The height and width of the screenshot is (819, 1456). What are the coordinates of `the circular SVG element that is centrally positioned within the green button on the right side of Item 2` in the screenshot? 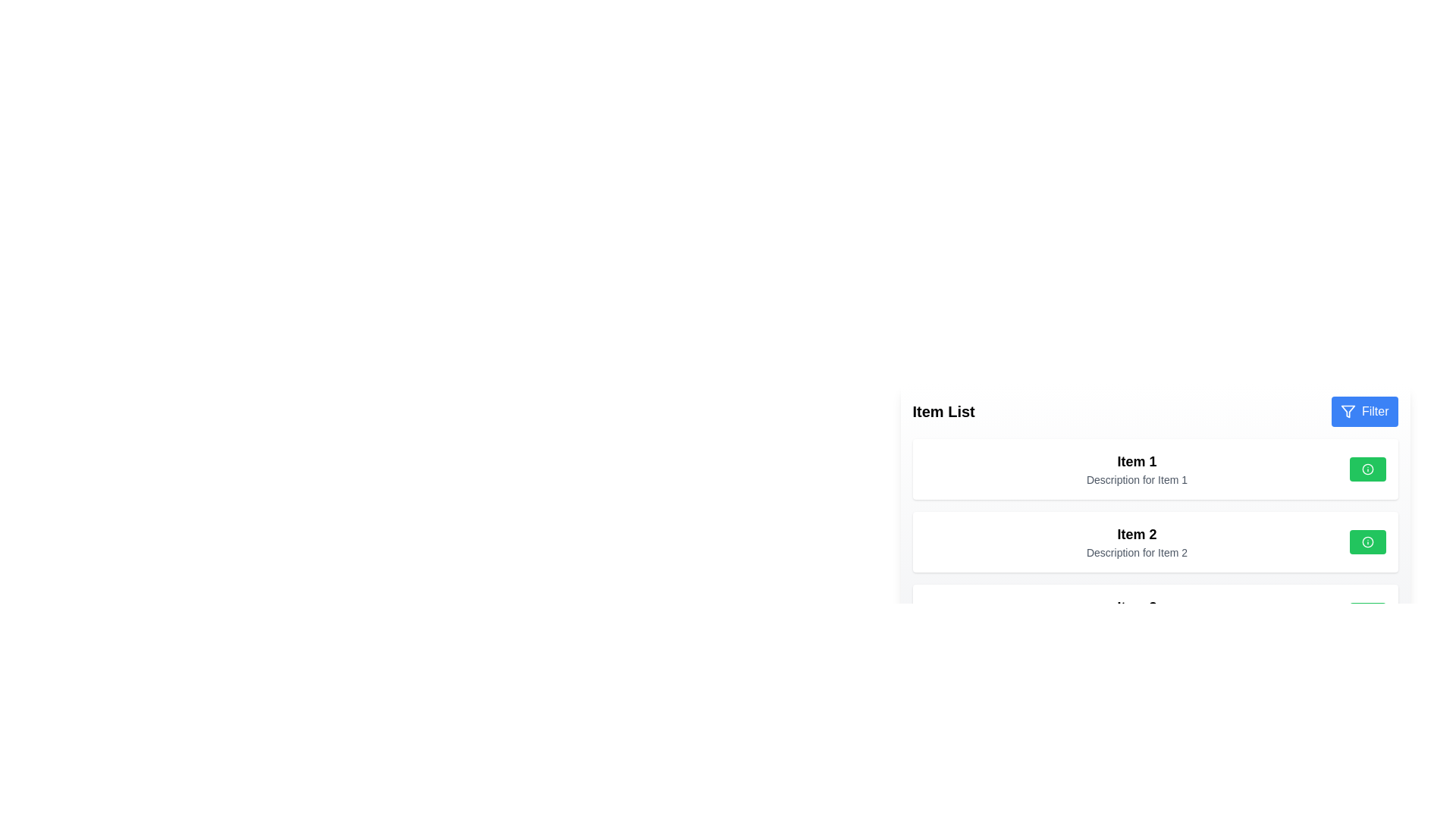 It's located at (1367, 614).